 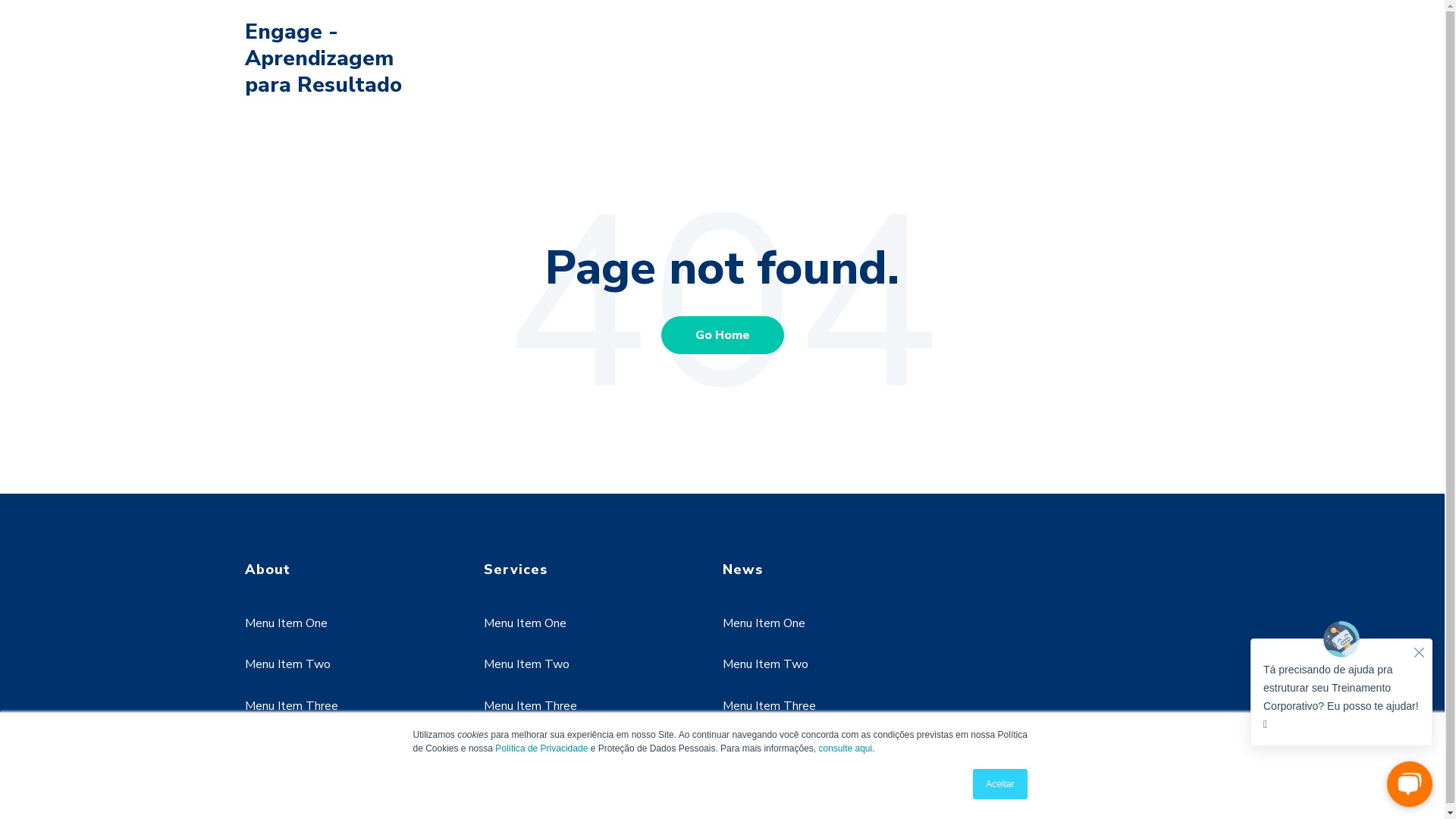 What do you see at coordinates (300, 770) in the screenshot?
I see `'Follow us on LinkedIn'` at bounding box center [300, 770].